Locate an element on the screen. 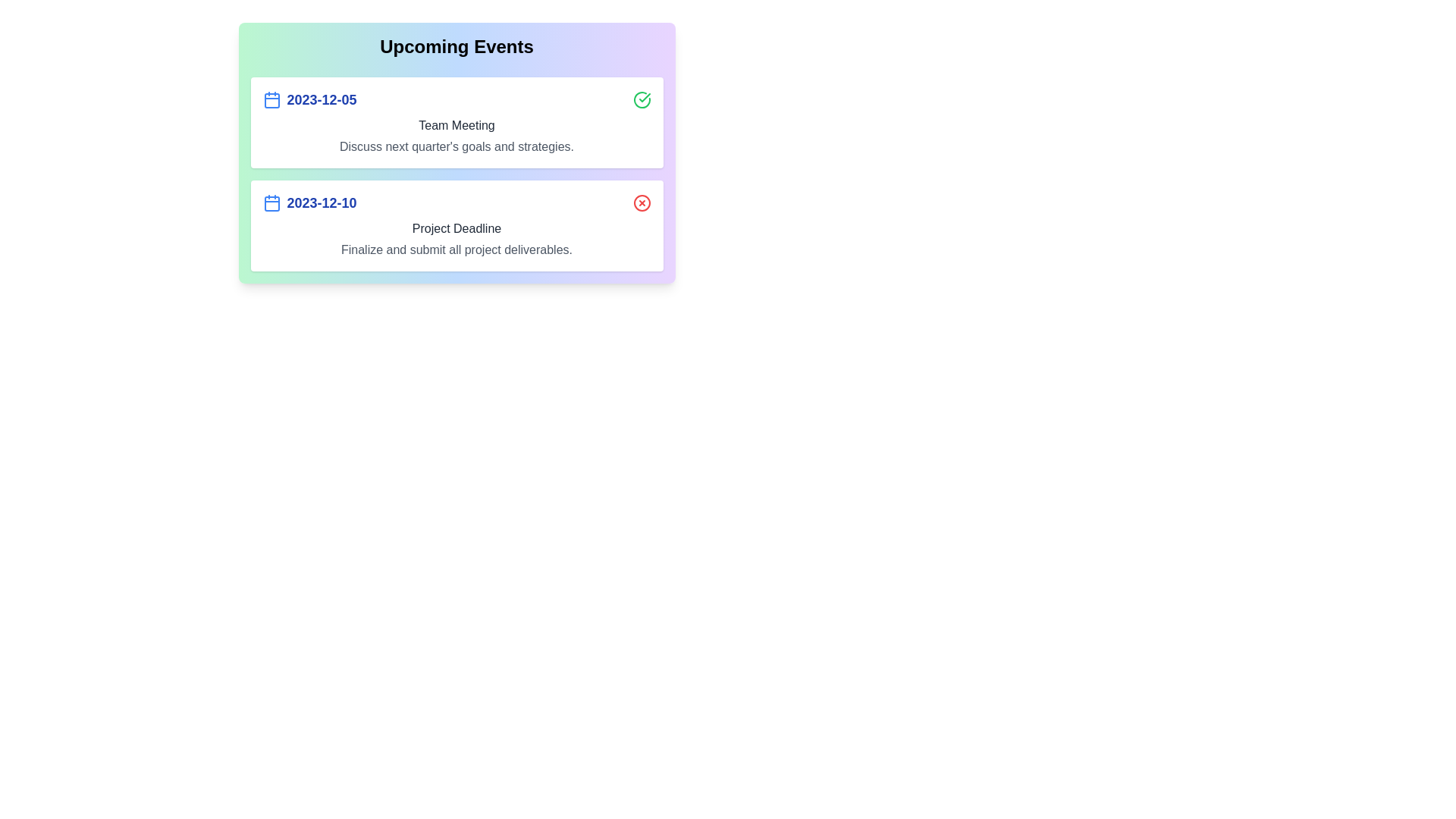 The width and height of the screenshot is (1456, 819). the event with the date 2023-12-05 to view its details is located at coordinates (456, 122).